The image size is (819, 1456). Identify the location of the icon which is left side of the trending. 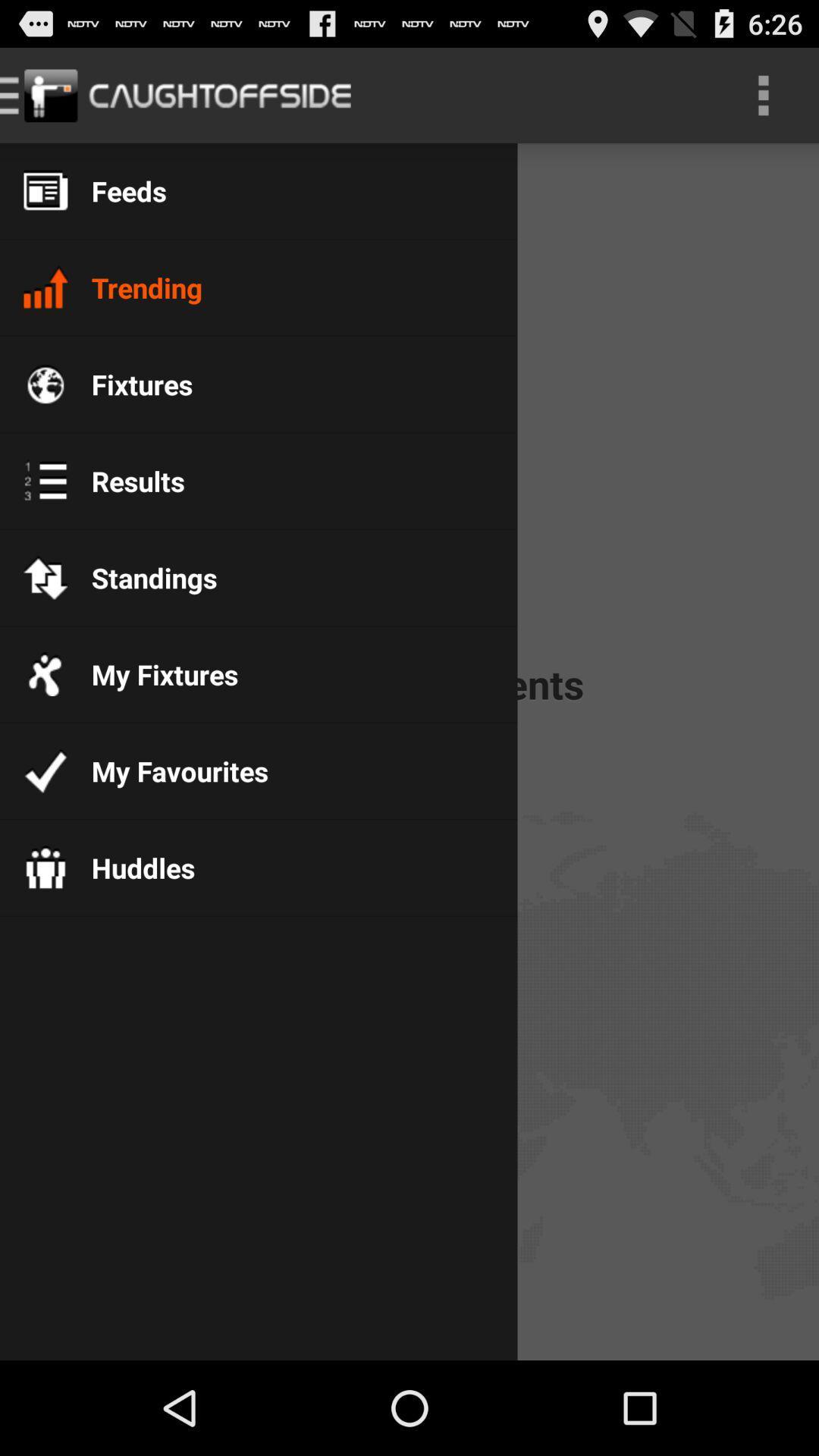
(45, 287).